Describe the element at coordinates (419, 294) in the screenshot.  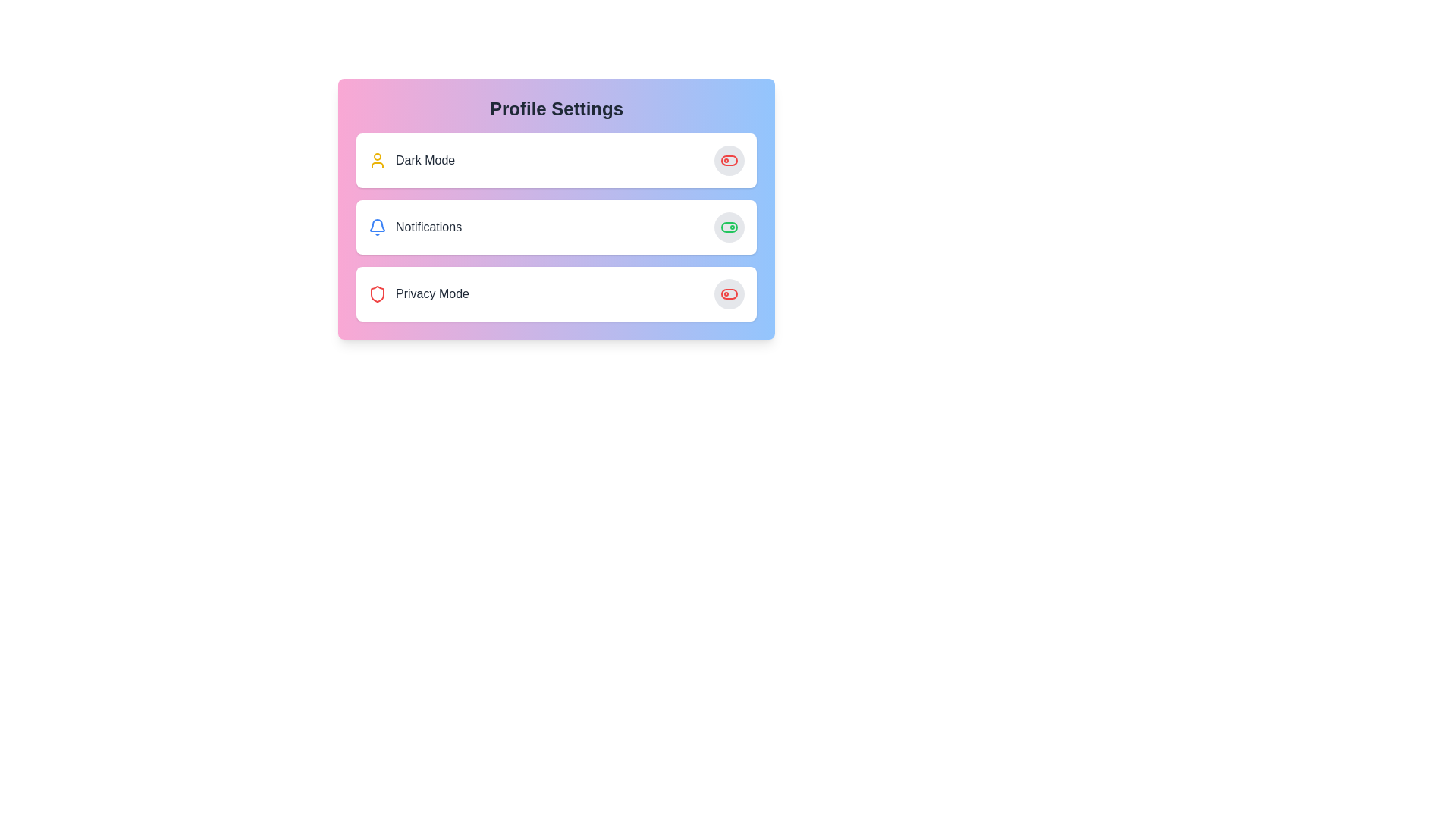
I see `the 'Privacy Mode' text label paired with an icon in the third row of the 'Profile Settings' options to interact with the setting` at that location.